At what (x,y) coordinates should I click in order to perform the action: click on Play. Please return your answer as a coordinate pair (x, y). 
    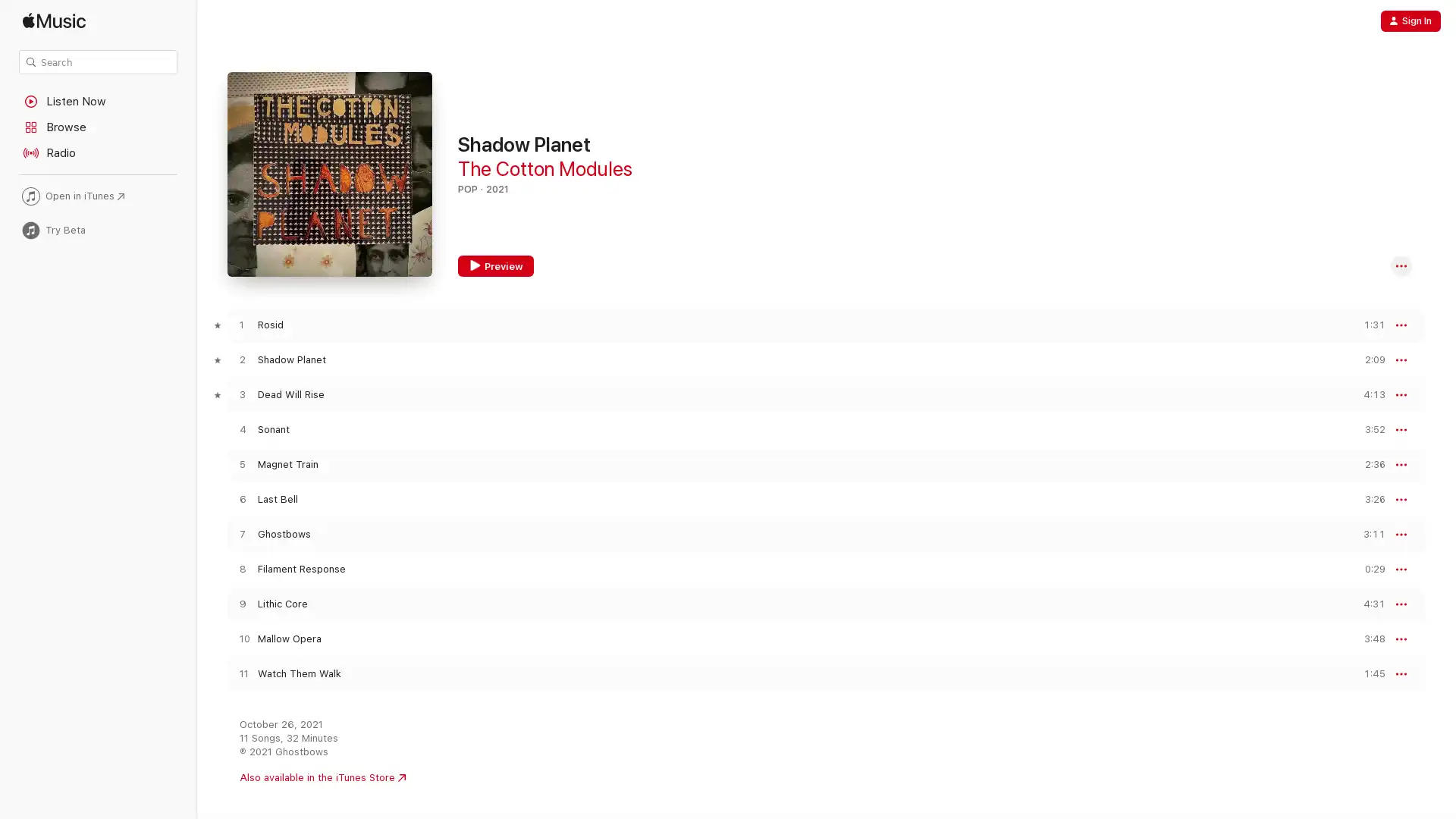
    Looking at the image, I should click on (241, 394).